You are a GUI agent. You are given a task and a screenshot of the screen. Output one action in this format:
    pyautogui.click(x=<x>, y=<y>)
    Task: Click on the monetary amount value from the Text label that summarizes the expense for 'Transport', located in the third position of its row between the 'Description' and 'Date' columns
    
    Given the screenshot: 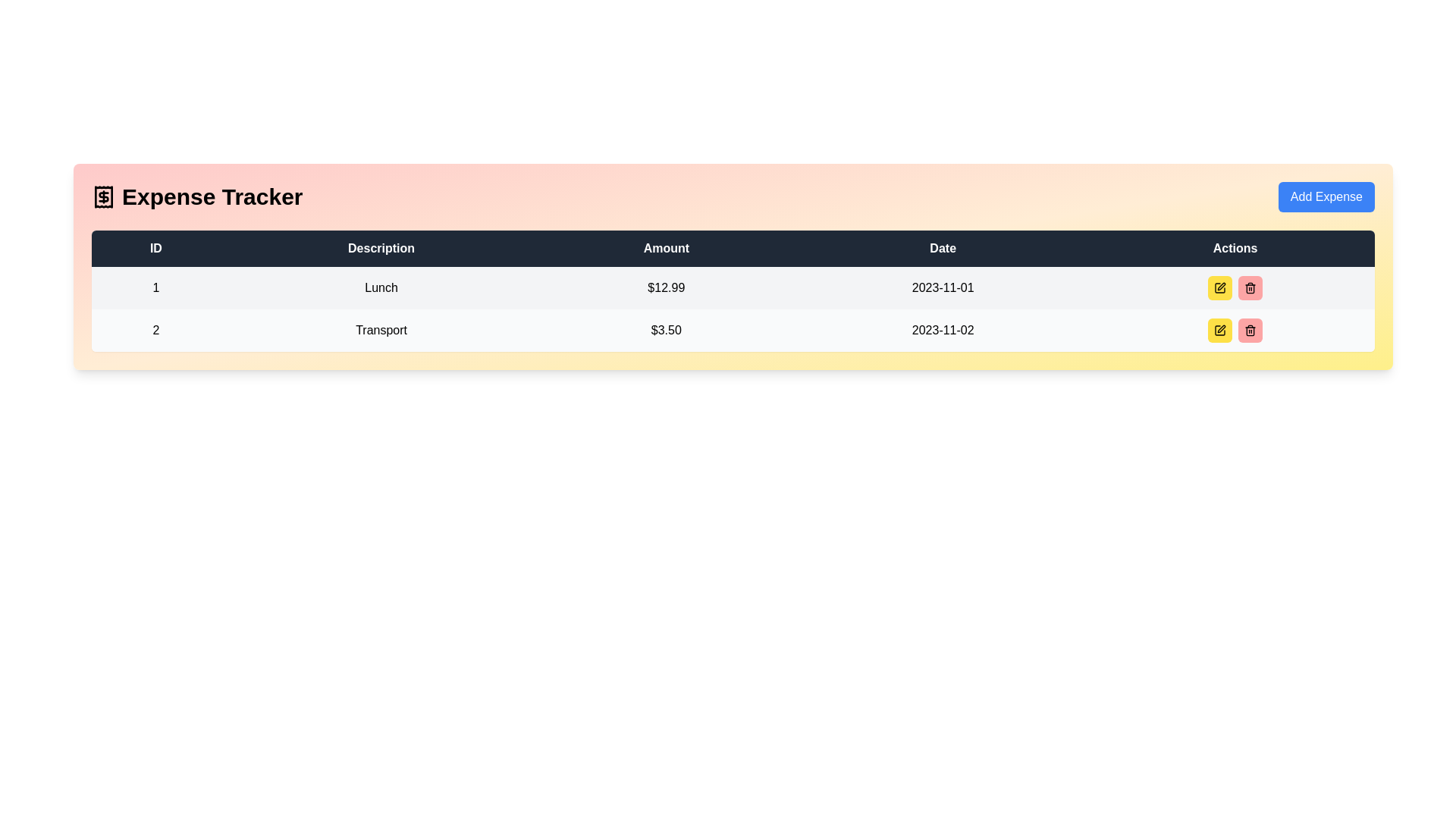 What is the action you would take?
    pyautogui.click(x=666, y=329)
    